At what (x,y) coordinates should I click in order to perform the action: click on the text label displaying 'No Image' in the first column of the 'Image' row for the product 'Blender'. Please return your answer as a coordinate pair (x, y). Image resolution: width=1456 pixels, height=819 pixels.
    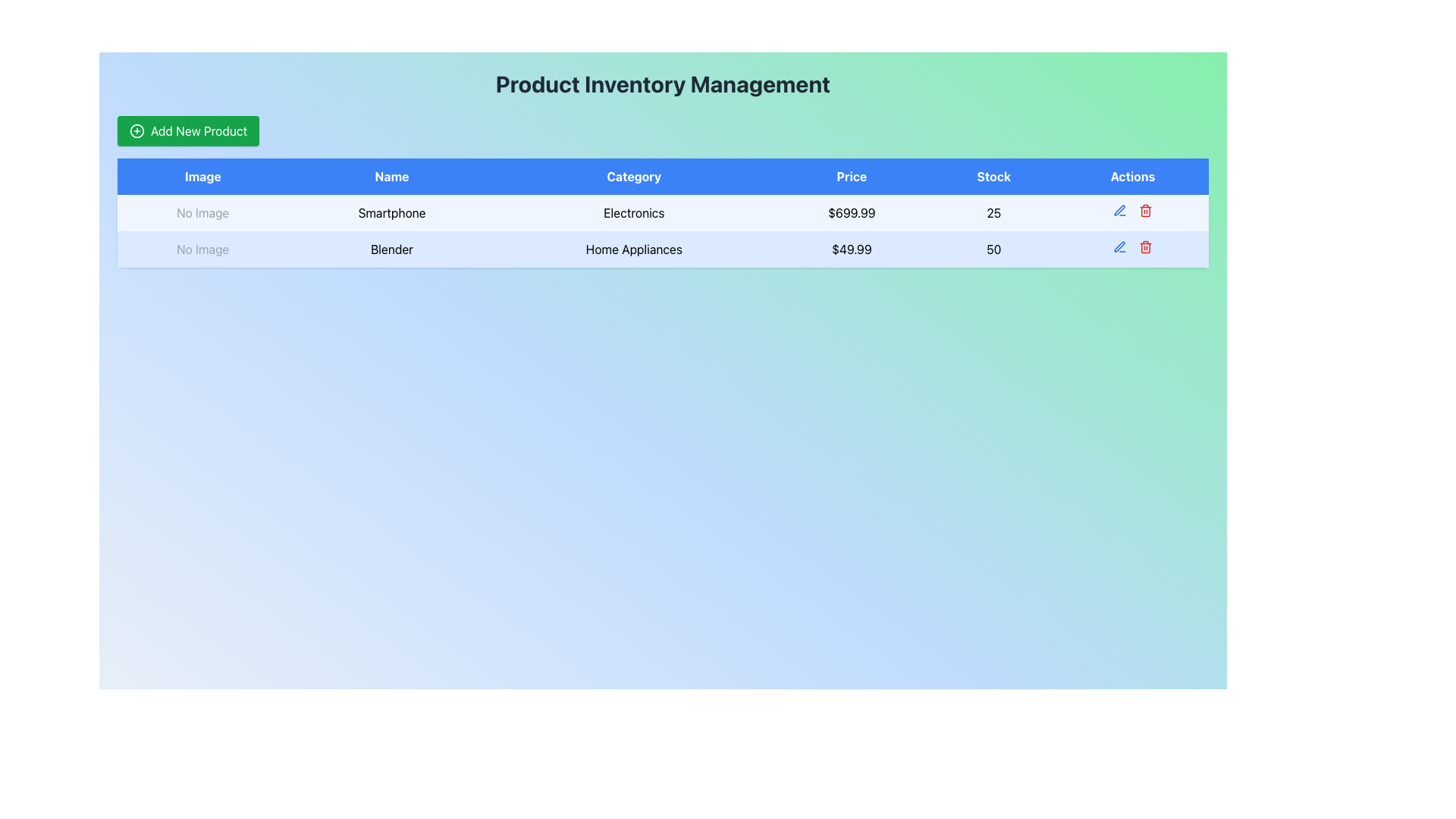
    Looking at the image, I should click on (202, 248).